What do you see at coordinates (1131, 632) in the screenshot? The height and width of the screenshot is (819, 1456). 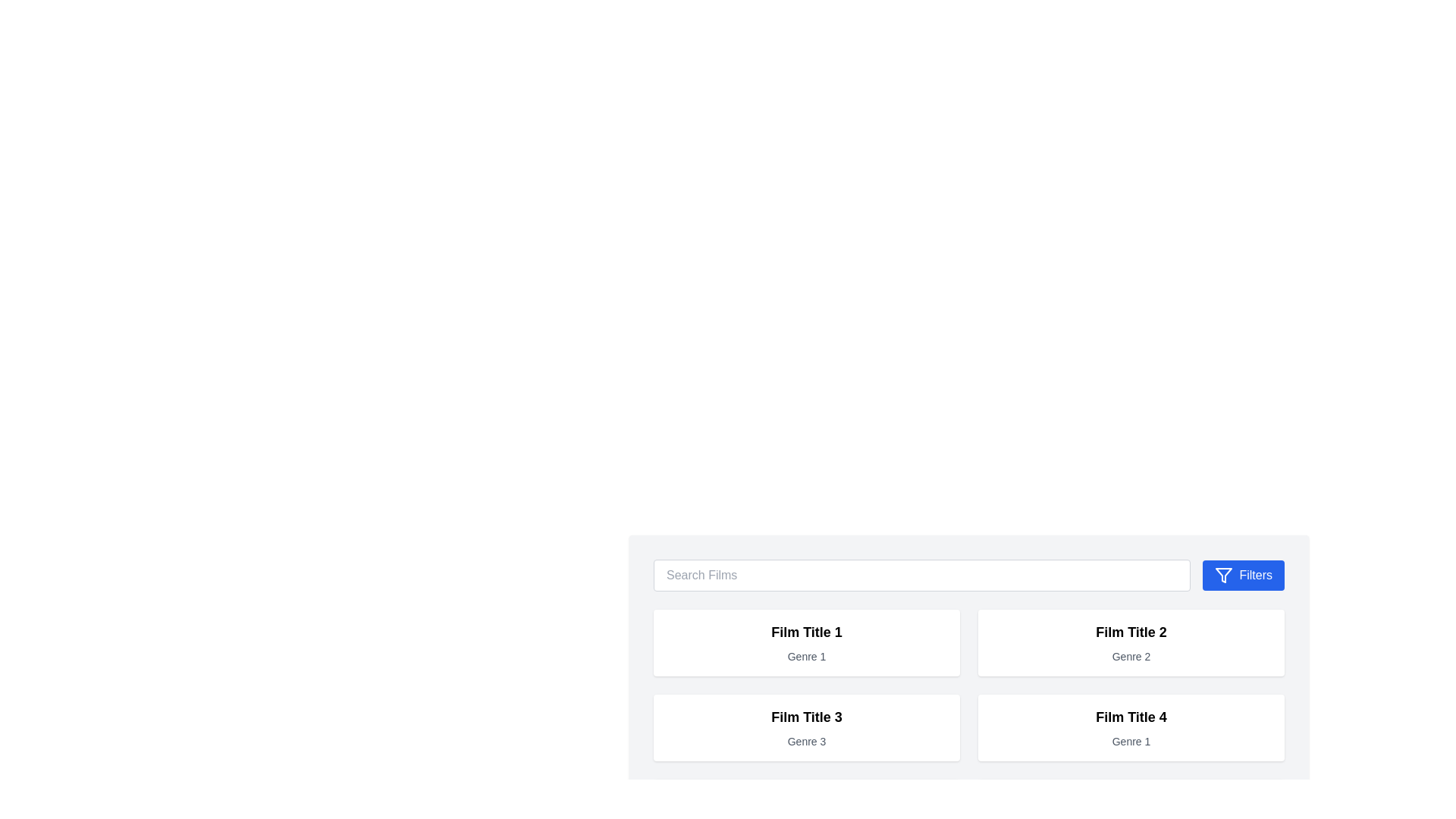 I see `the title Text label located in the top-right quadrant of the grid layout, which serves as the primary identifier for the card's content` at bounding box center [1131, 632].